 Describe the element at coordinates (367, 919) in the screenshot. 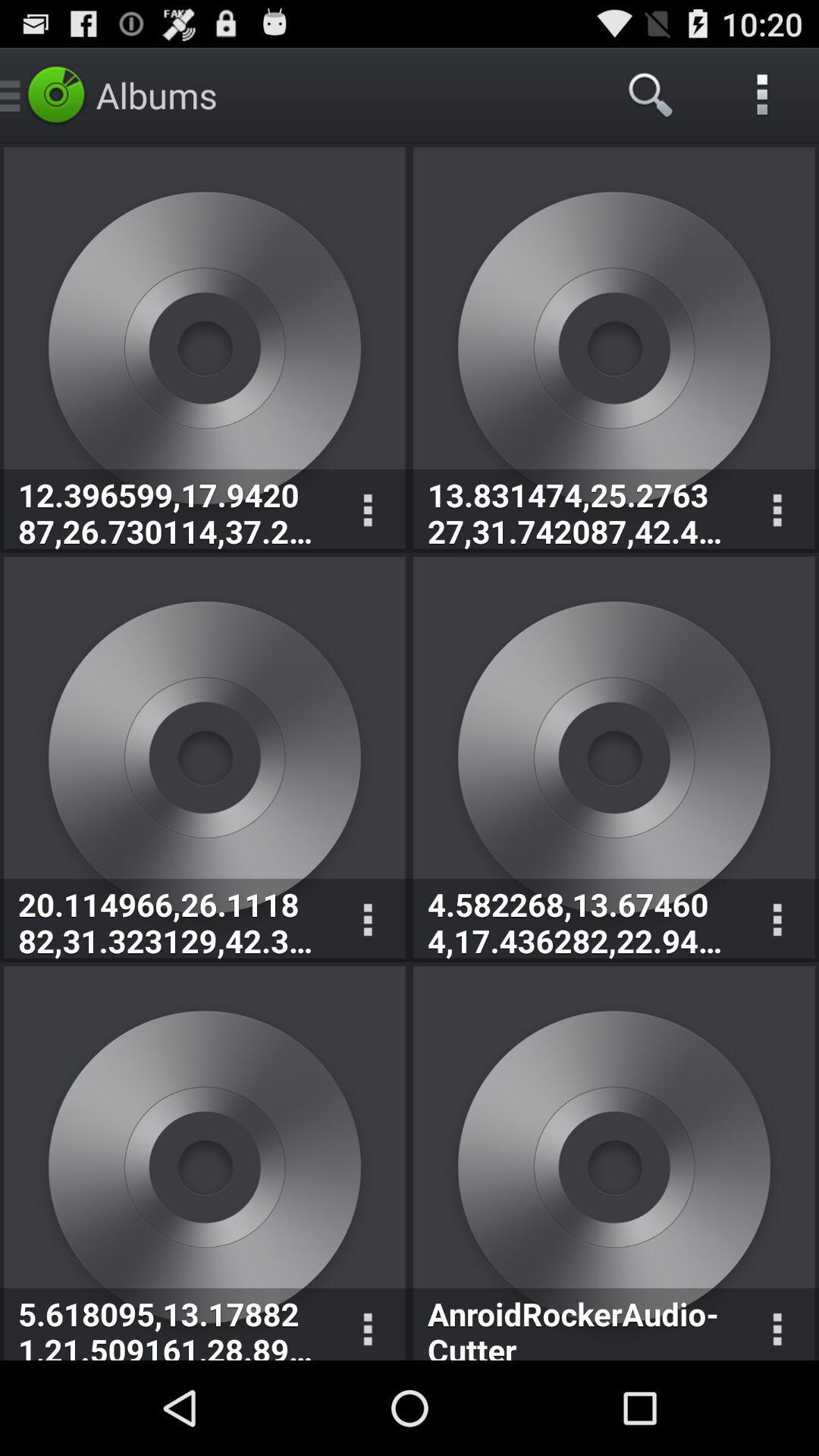

I see `settings` at that location.